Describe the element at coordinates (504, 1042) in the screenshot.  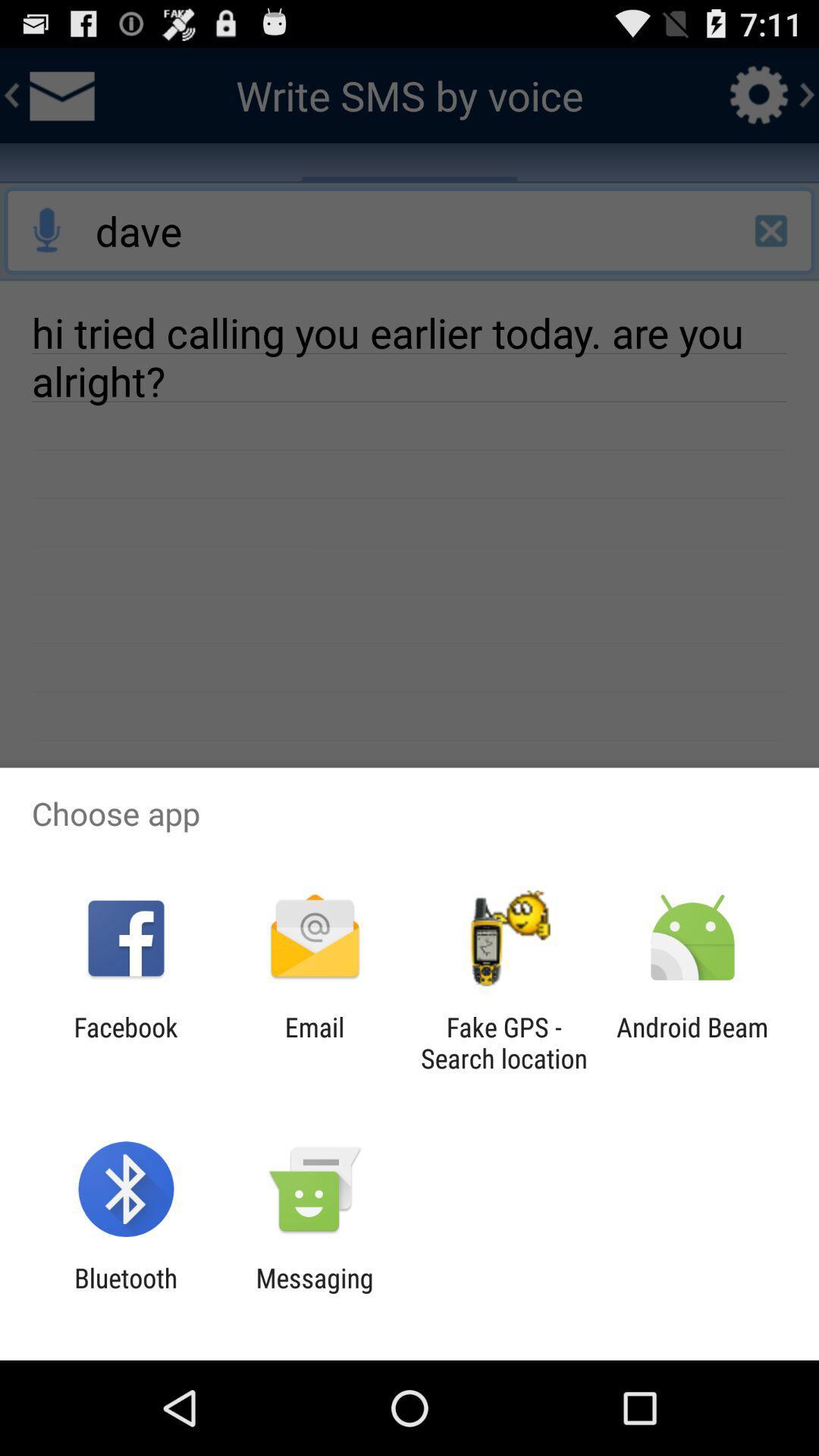
I see `the item next to the android beam` at that location.